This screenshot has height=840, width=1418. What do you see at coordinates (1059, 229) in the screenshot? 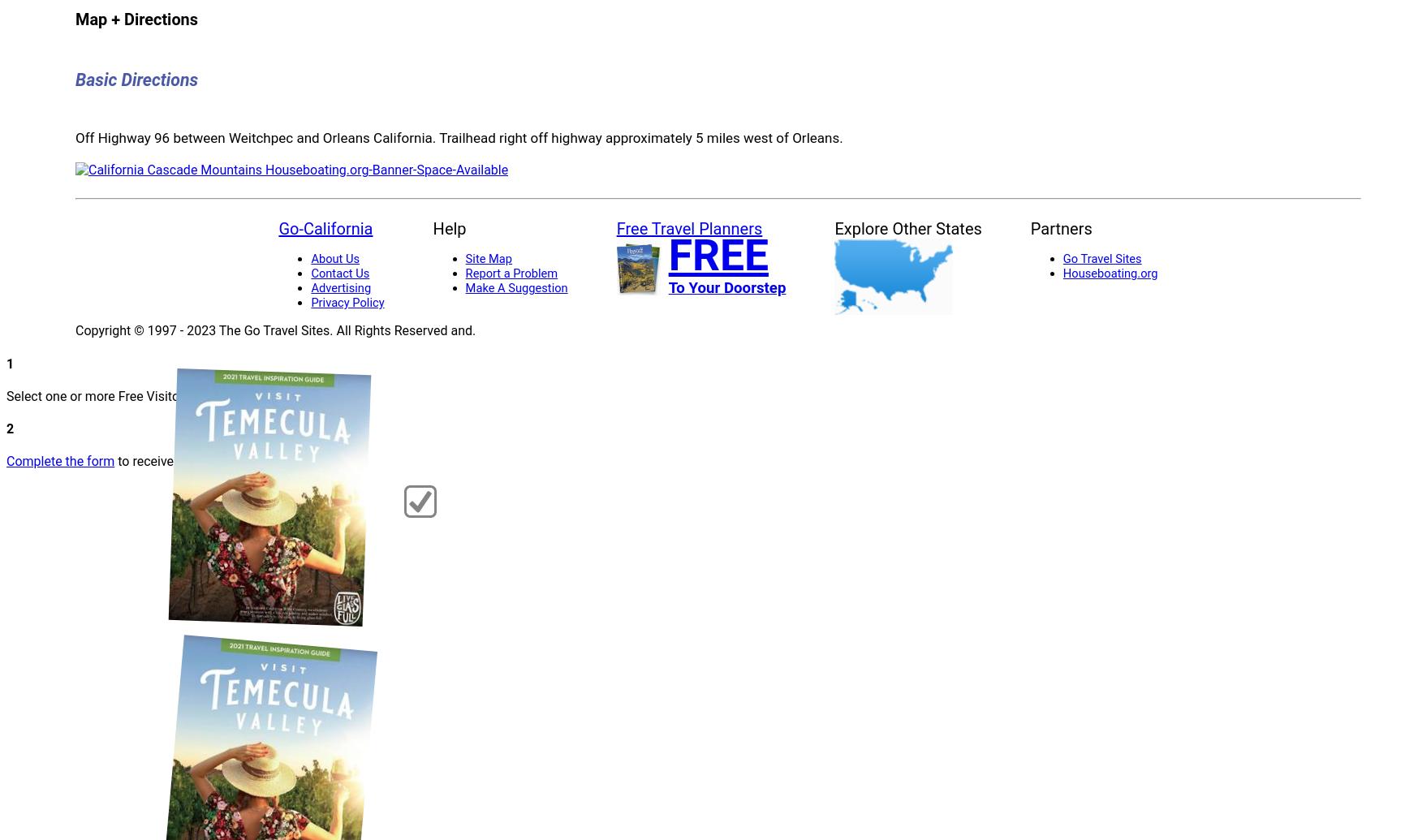
I see `'Partners'` at bounding box center [1059, 229].